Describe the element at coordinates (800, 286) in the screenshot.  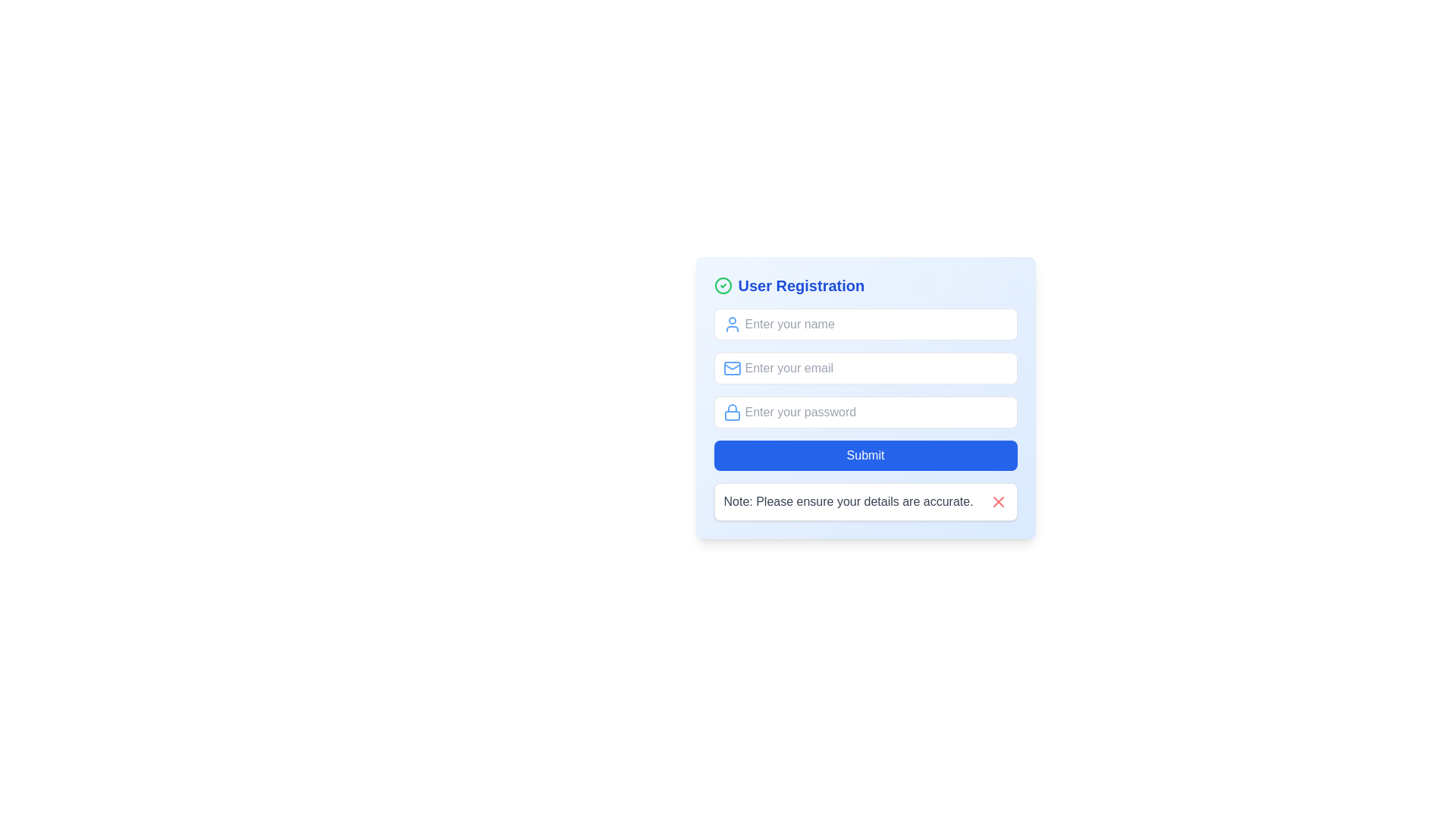
I see `static text label that acts as a header or title for the registration form, located at the top of the registration form section` at that location.